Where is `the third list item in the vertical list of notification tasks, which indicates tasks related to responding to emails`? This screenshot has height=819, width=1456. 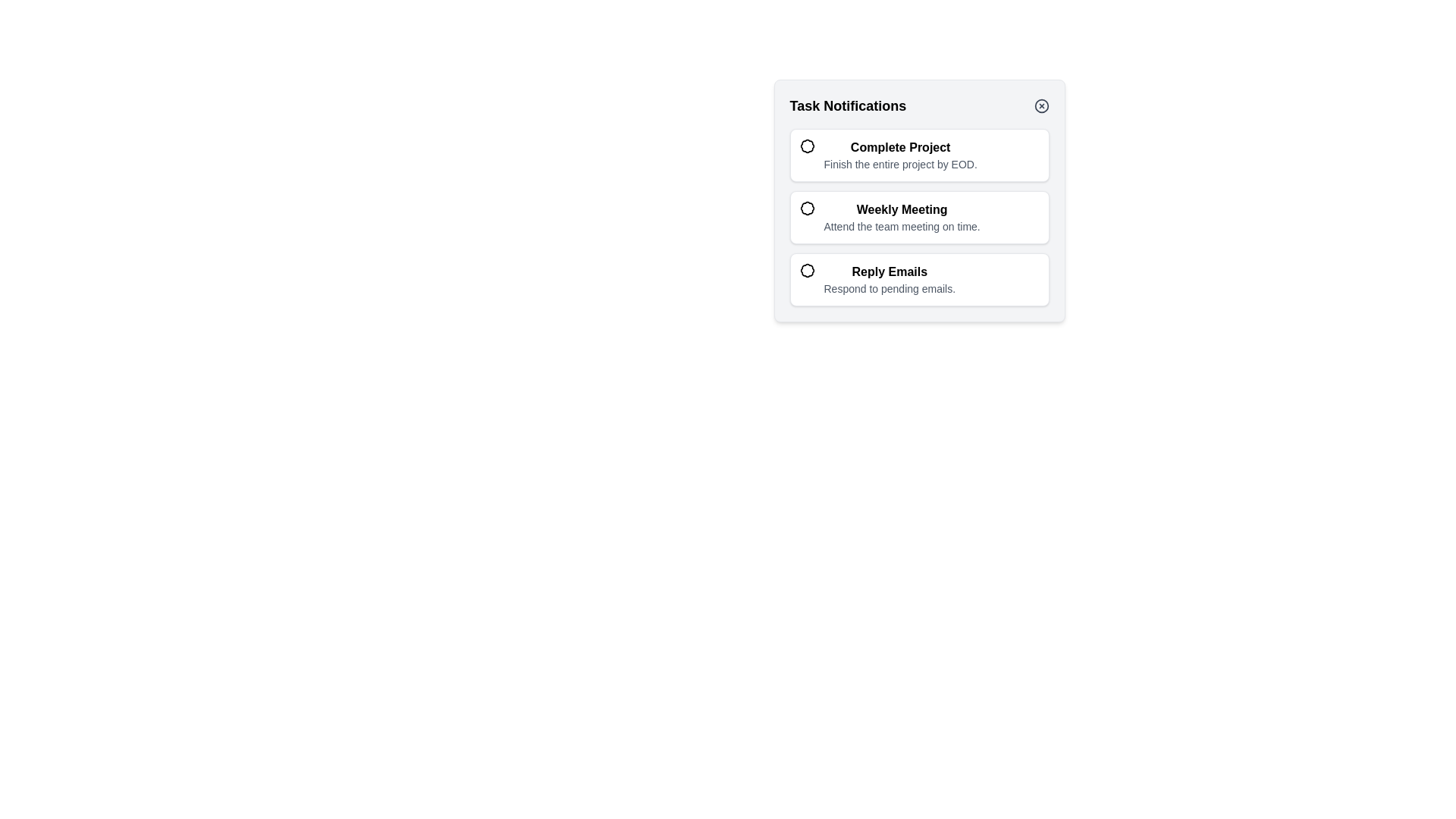 the third list item in the vertical list of notification tasks, which indicates tasks related to responding to emails is located at coordinates (890, 280).